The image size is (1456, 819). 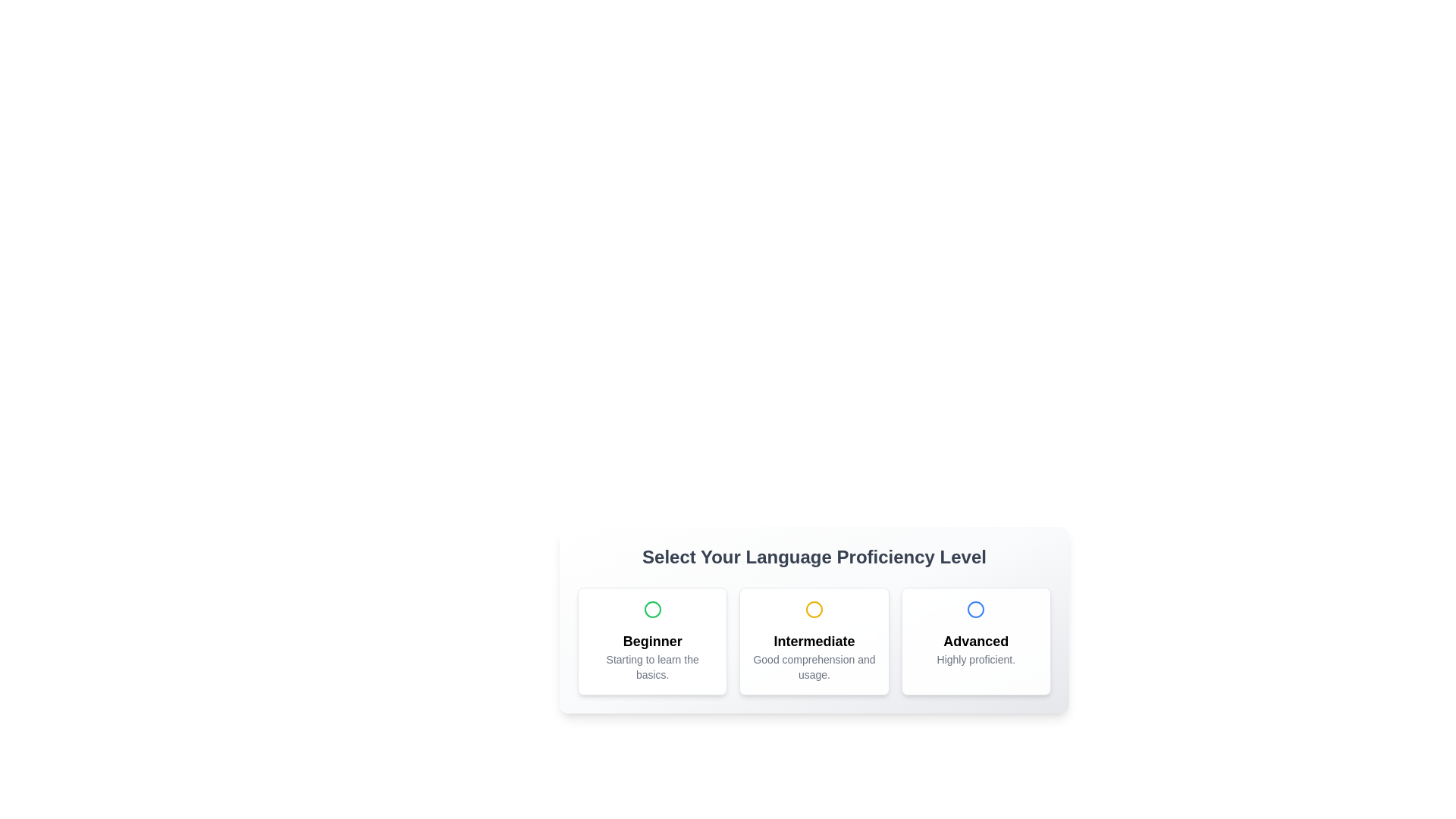 I want to click on the 'Beginner' card in the grid layout containing selectable cards for language proficiency levels to trigger a visual cue, so click(x=814, y=641).